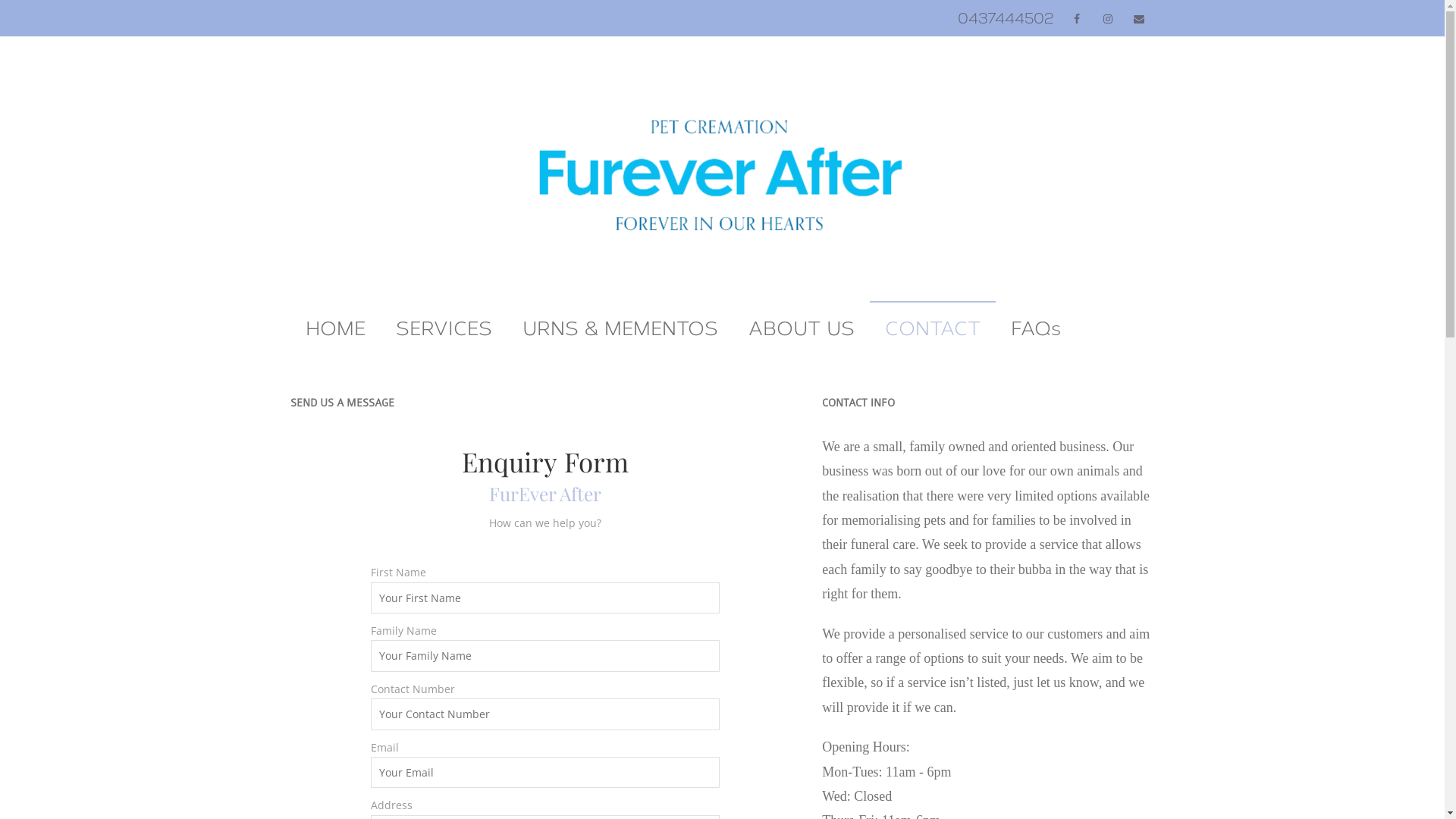 The image size is (1456, 819). What do you see at coordinates (619, 328) in the screenshot?
I see `'URNS & MEMENTOS'` at bounding box center [619, 328].